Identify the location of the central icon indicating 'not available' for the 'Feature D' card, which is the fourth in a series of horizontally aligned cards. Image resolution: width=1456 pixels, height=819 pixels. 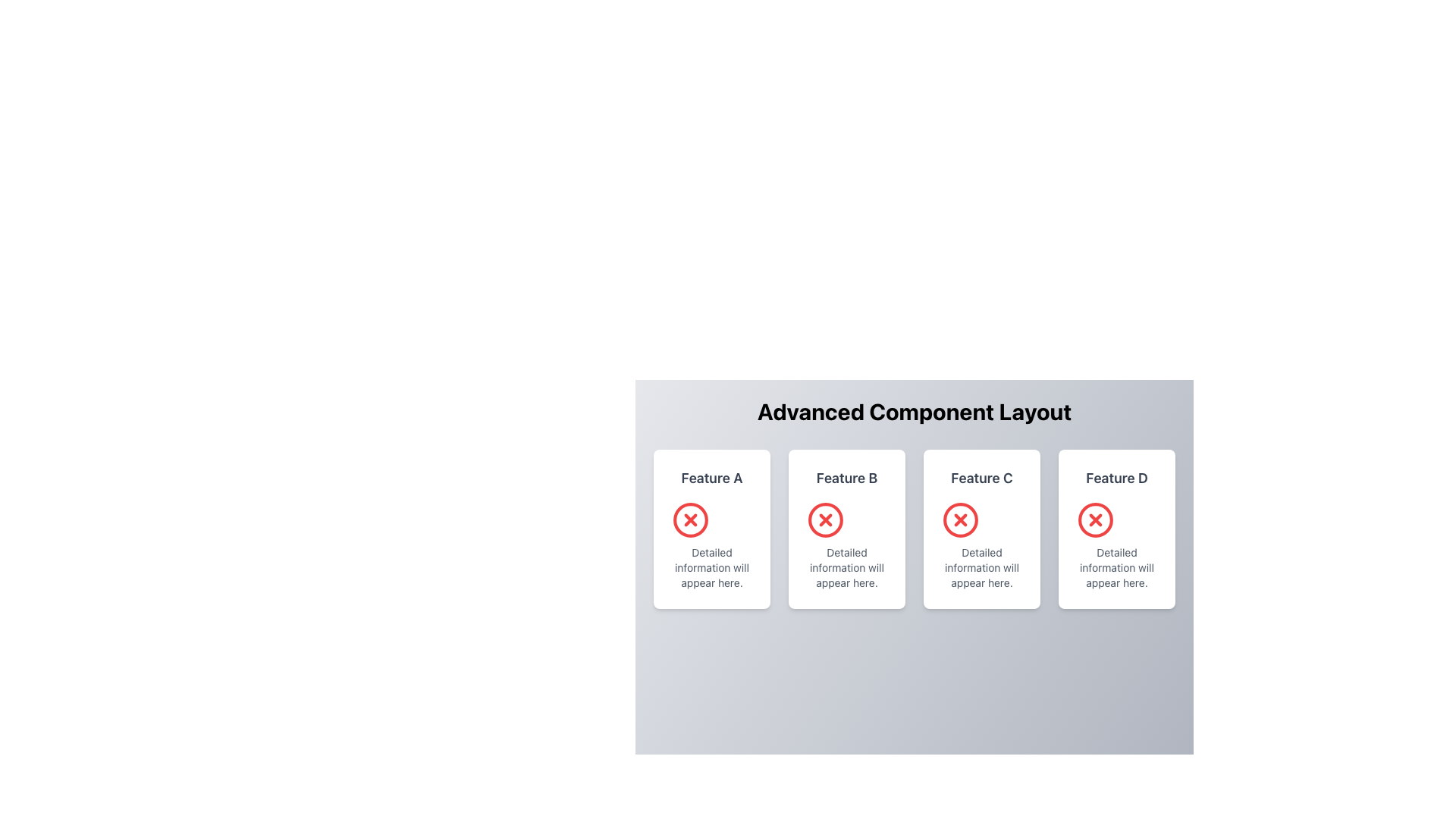
(1095, 519).